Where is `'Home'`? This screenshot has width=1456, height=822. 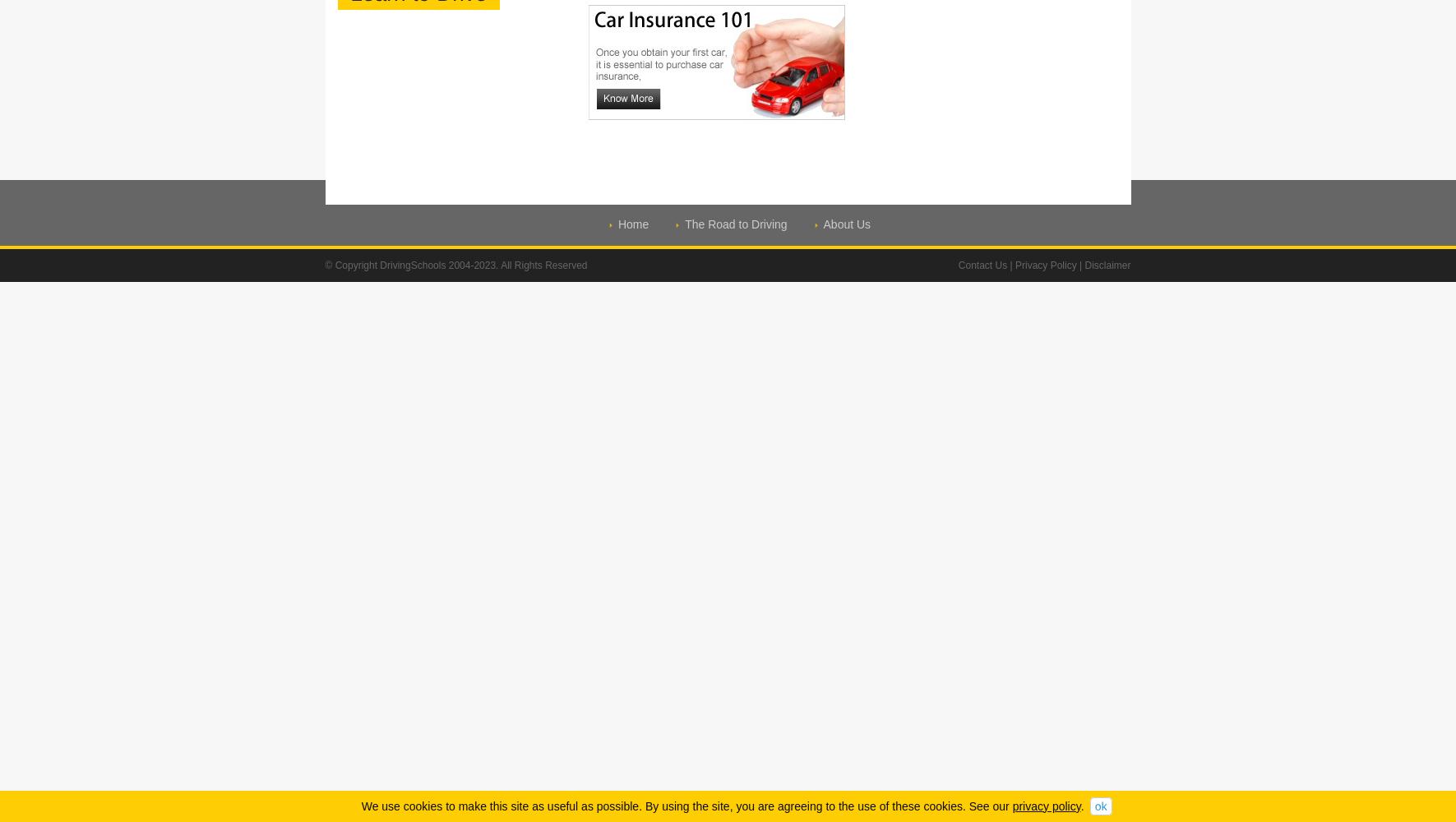 'Home' is located at coordinates (632, 224).